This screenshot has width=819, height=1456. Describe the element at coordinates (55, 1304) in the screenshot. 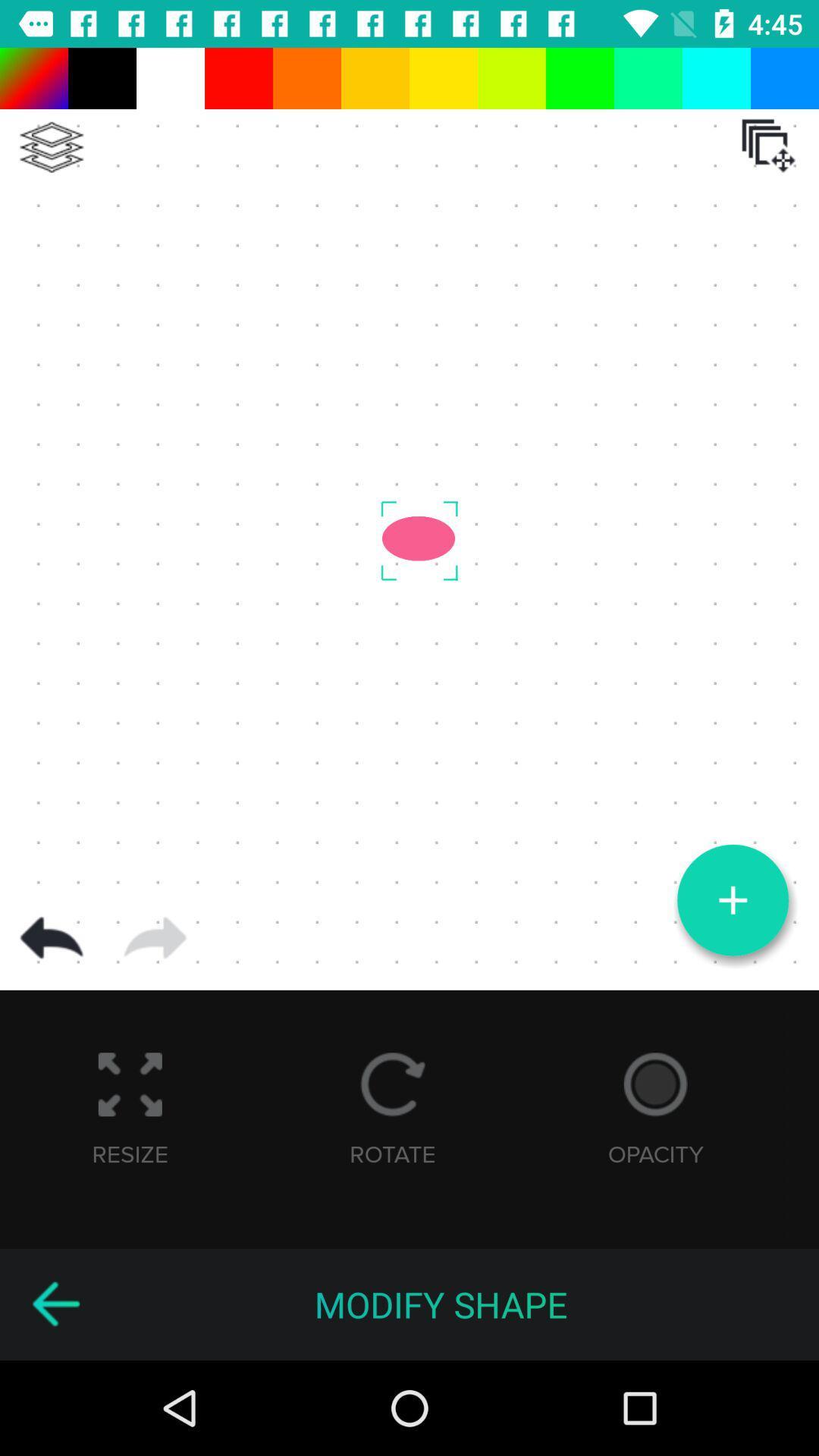

I see `the arrow_backward icon` at that location.